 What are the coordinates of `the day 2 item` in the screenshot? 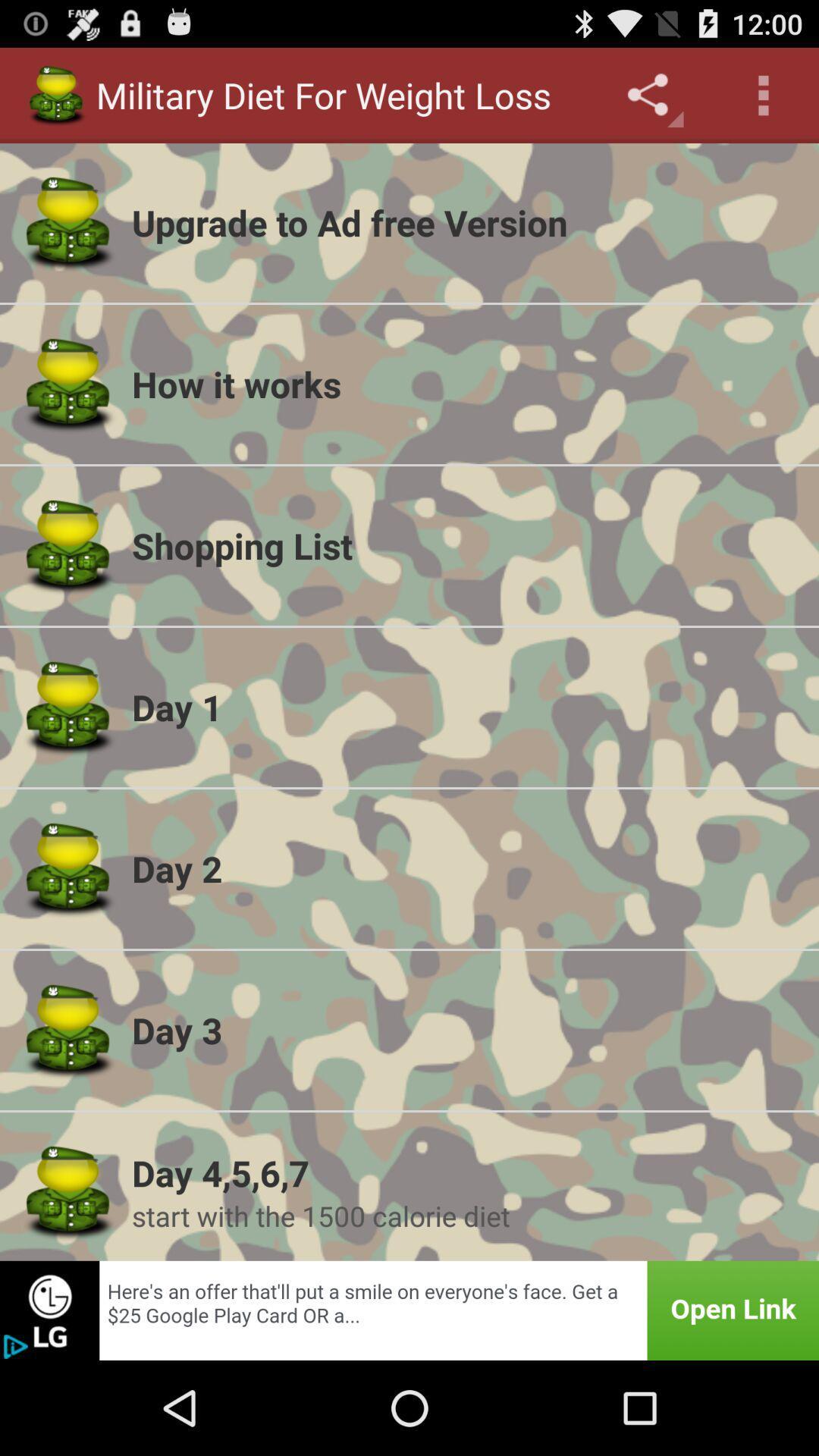 It's located at (465, 868).